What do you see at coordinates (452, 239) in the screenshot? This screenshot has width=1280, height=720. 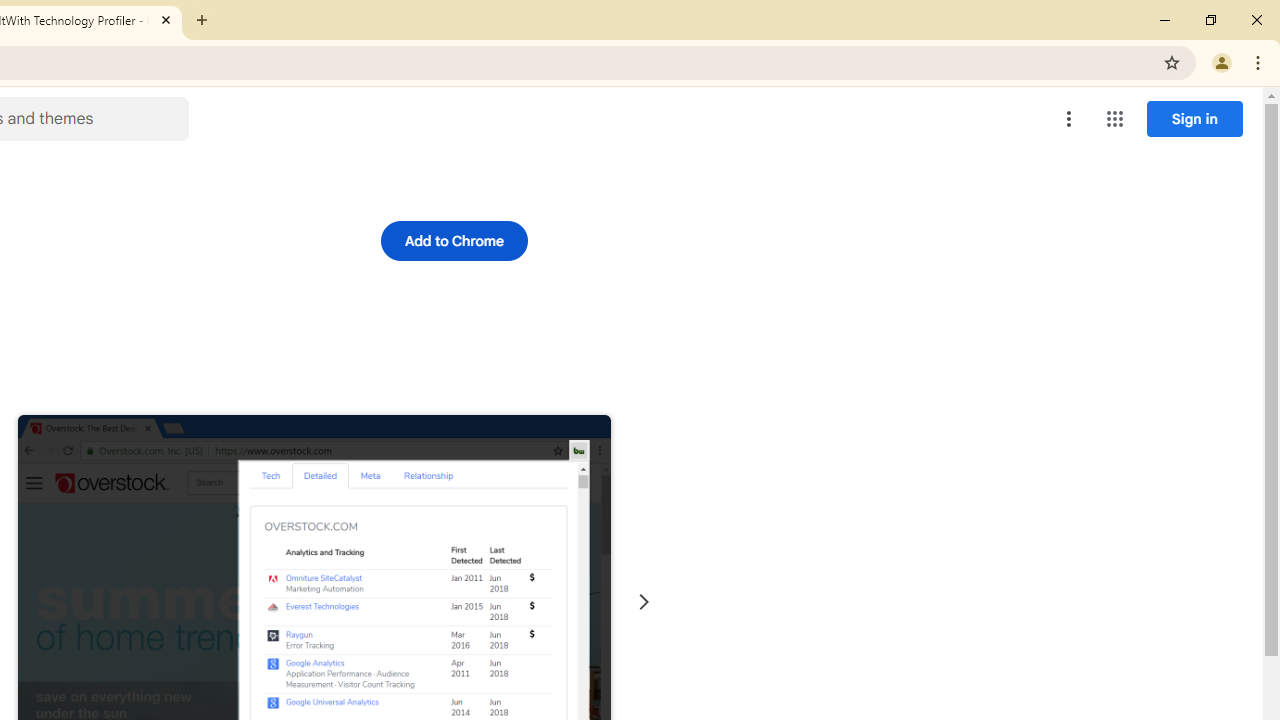 I see `'Add to Chrome'` at bounding box center [452, 239].